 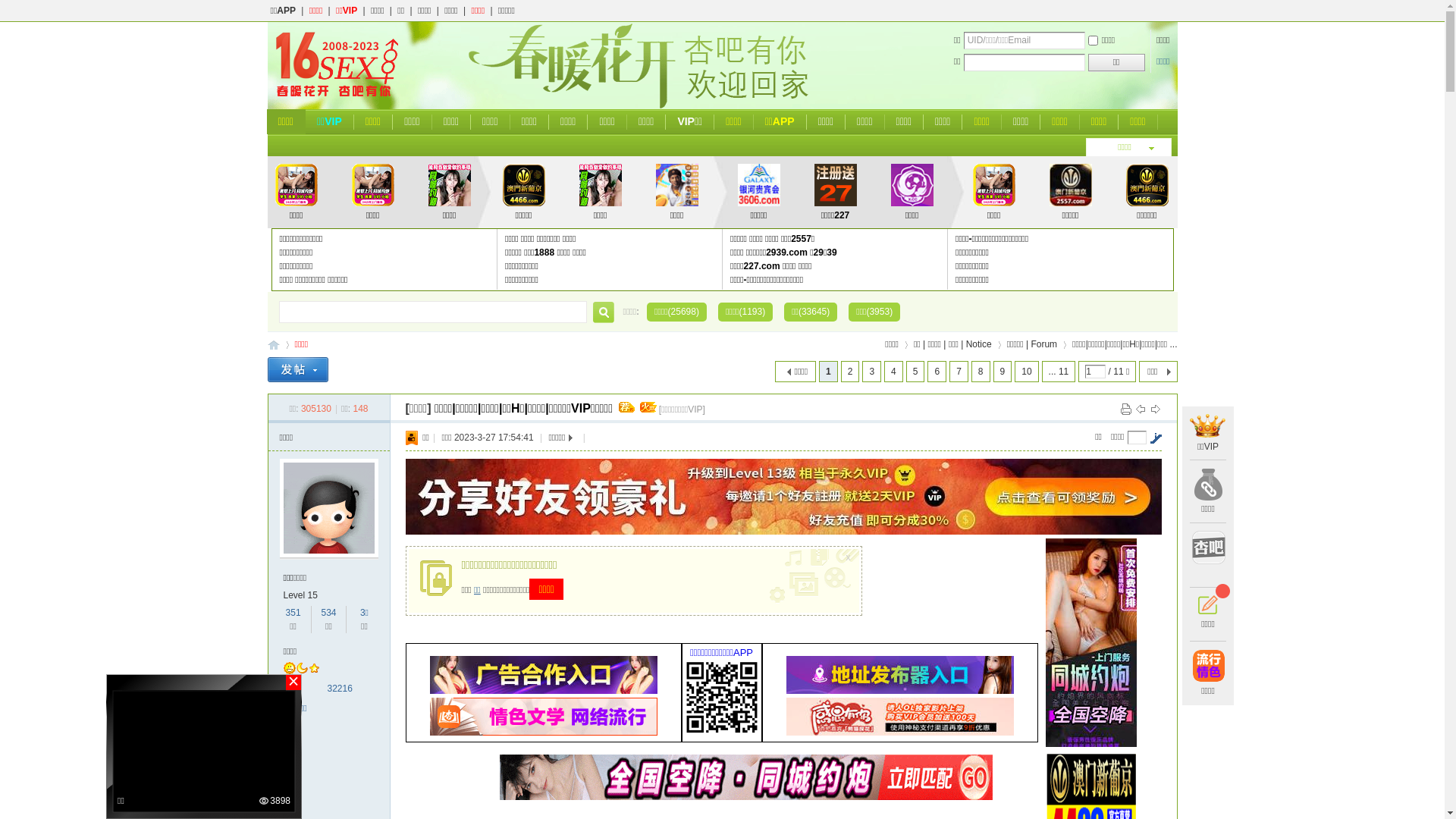 I want to click on 'Level 15', so click(x=300, y=595).